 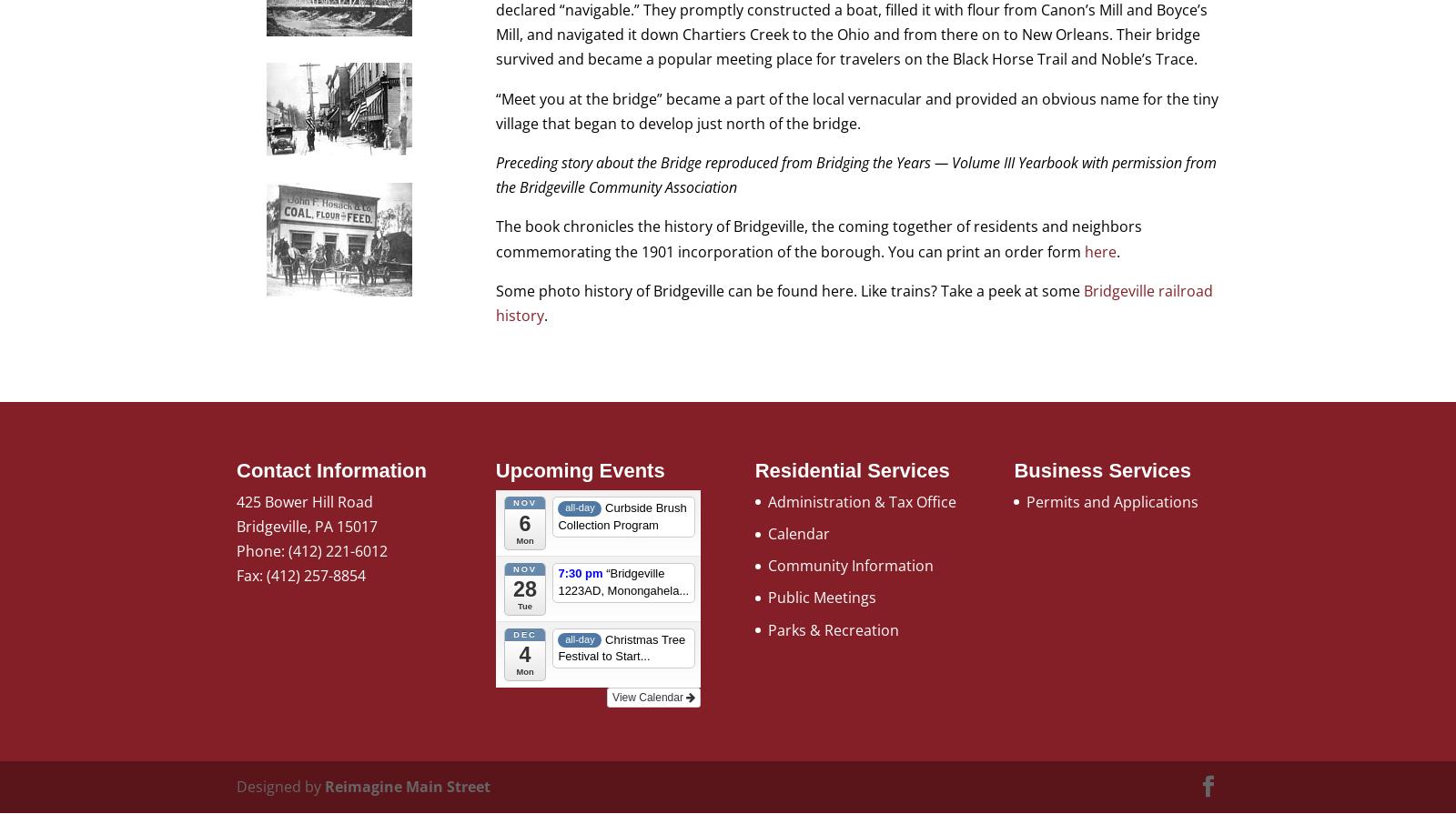 I want to click on 'Residential Services', so click(x=851, y=468).